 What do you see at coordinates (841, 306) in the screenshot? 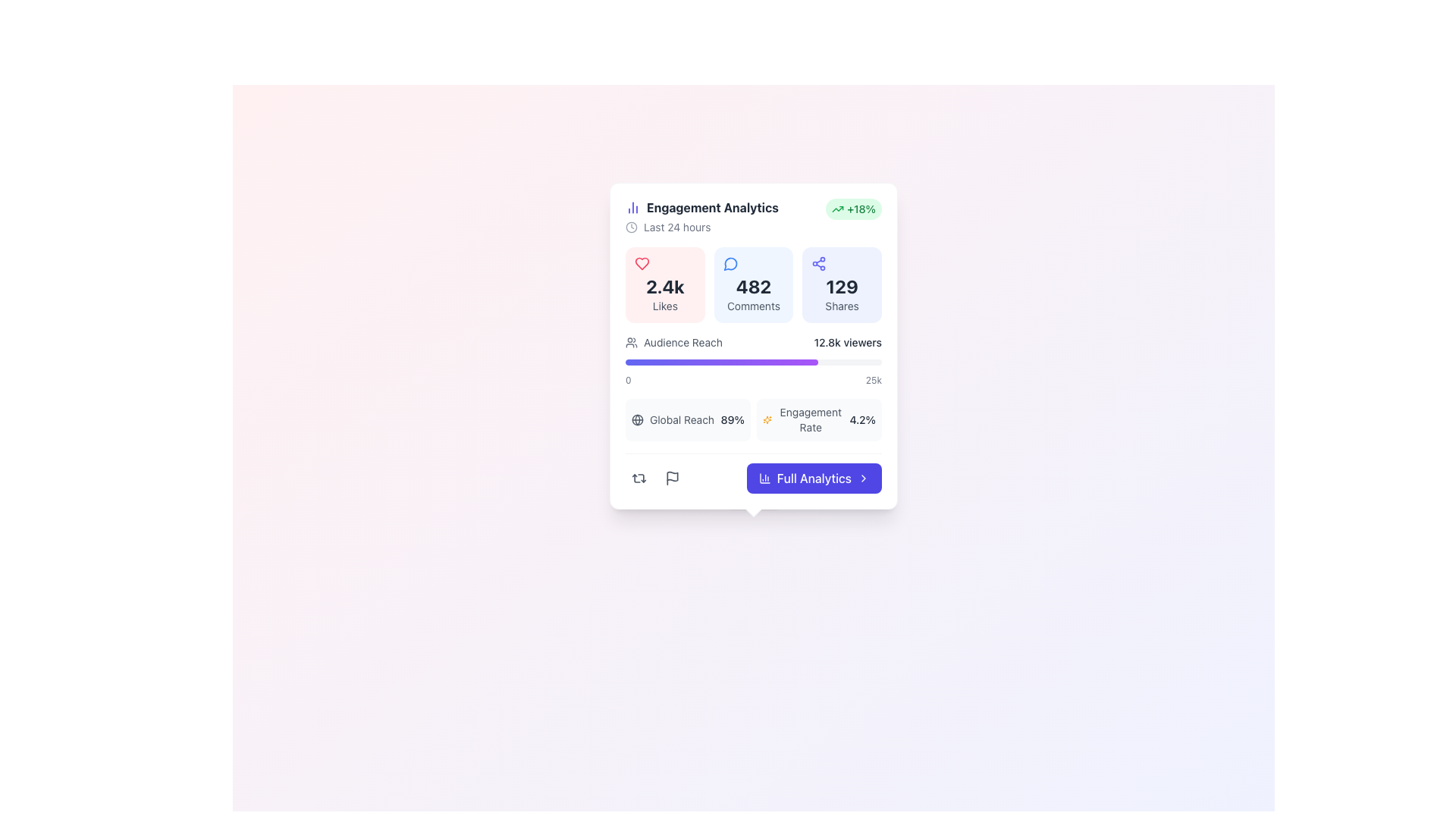
I see `the 'Shares' text label located underneath the number '129' in the 'Engagement Analytics' section of the metrics card` at bounding box center [841, 306].